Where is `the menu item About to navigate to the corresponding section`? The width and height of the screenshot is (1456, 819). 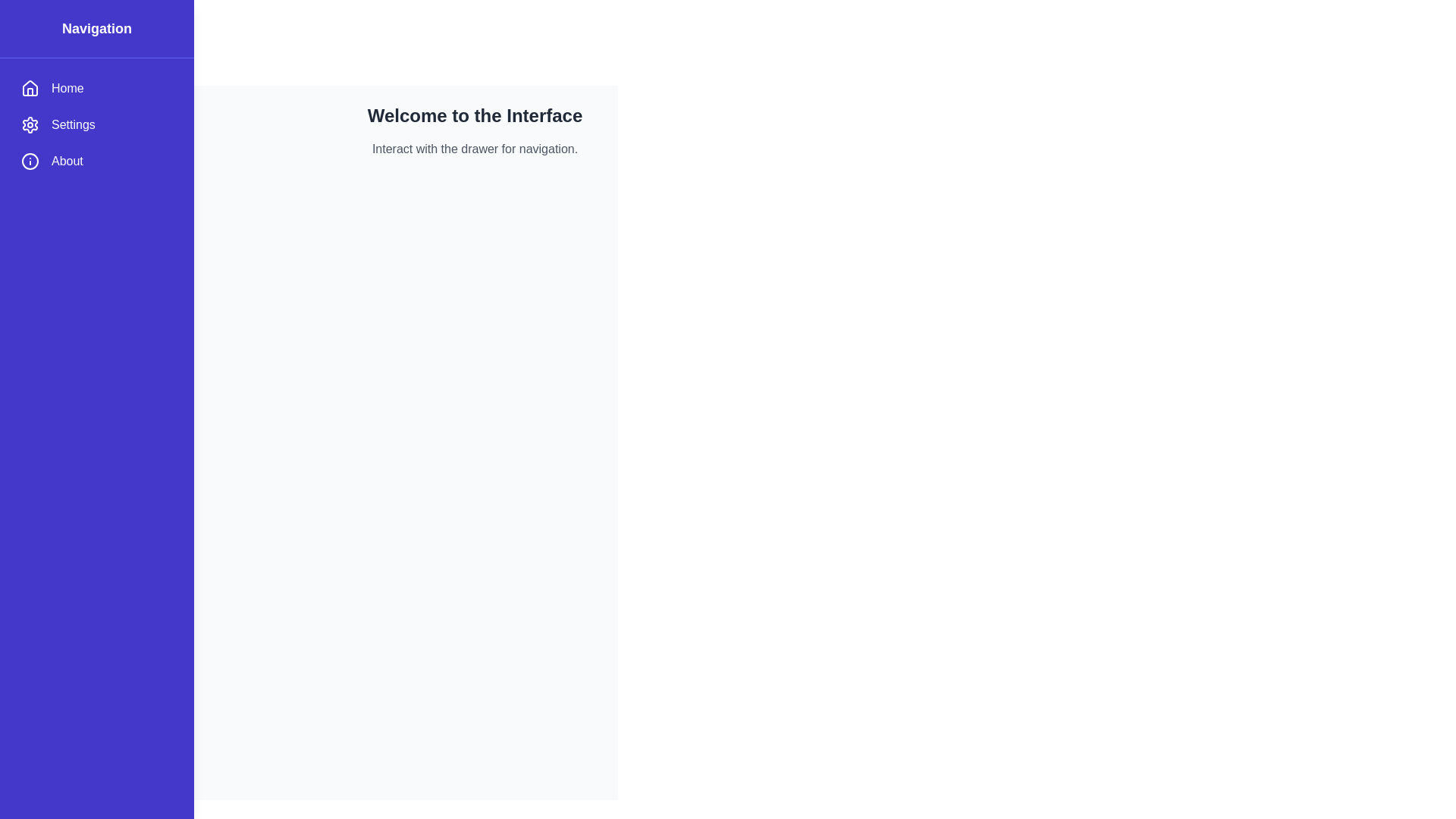
the menu item About to navigate to the corresponding section is located at coordinates (96, 161).